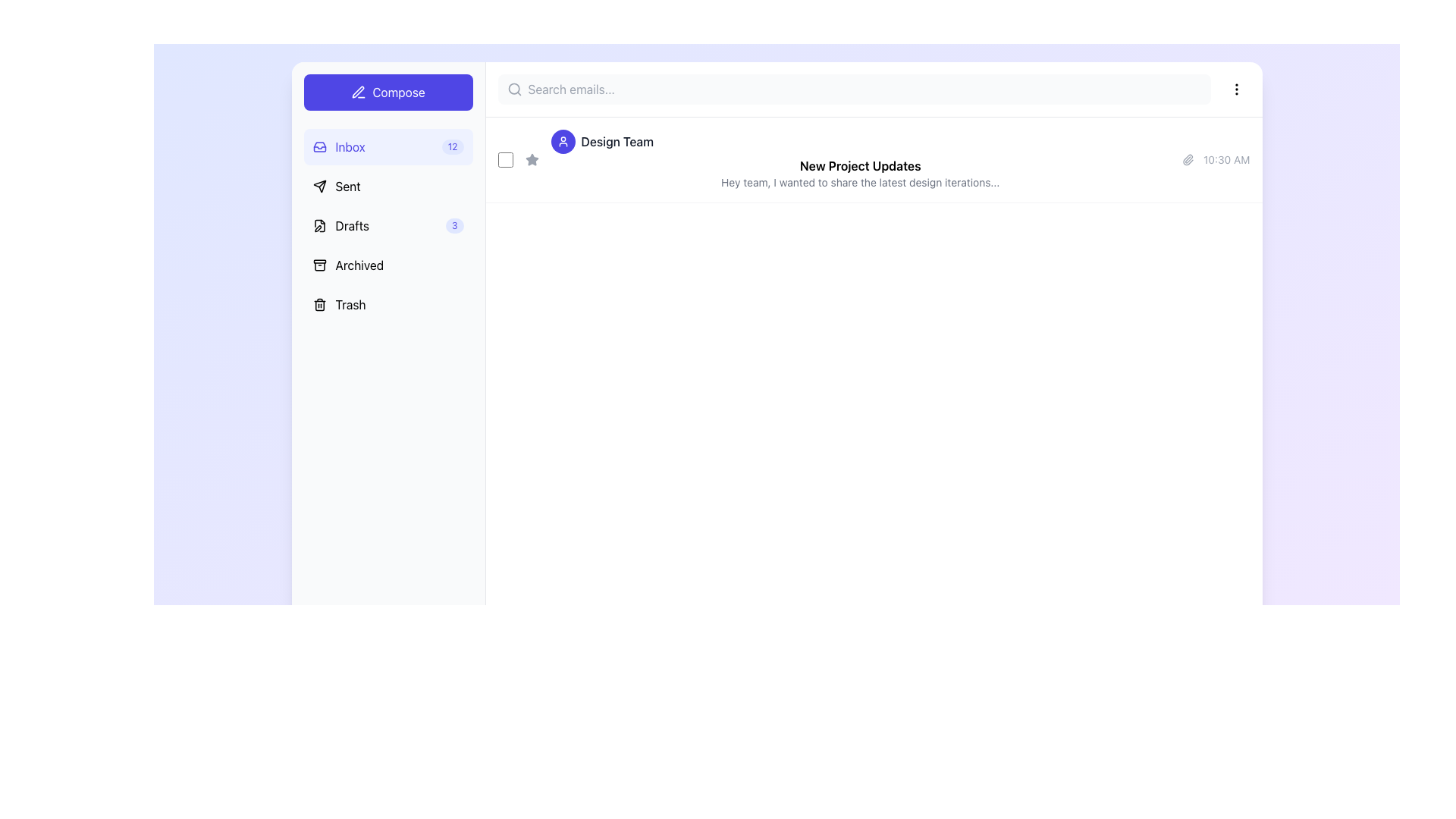  I want to click on the trash bin icon located in the left navigation bar near the bottom, which serves as a visual indicator for managing deleted items, so click(318, 304).